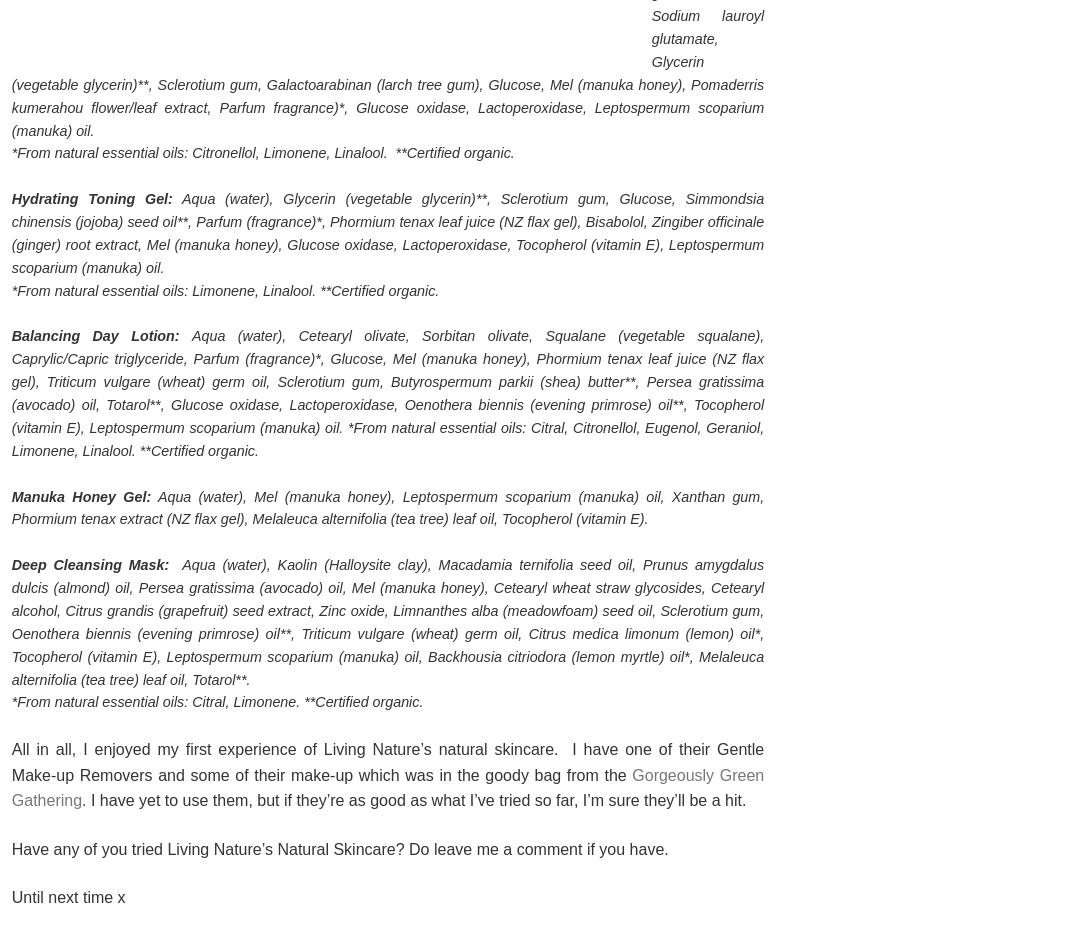 Image resolution: width=1088 pixels, height=942 pixels. What do you see at coordinates (89, 564) in the screenshot?
I see `'Deep Cleansing Mask:'` at bounding box center [89, 564].